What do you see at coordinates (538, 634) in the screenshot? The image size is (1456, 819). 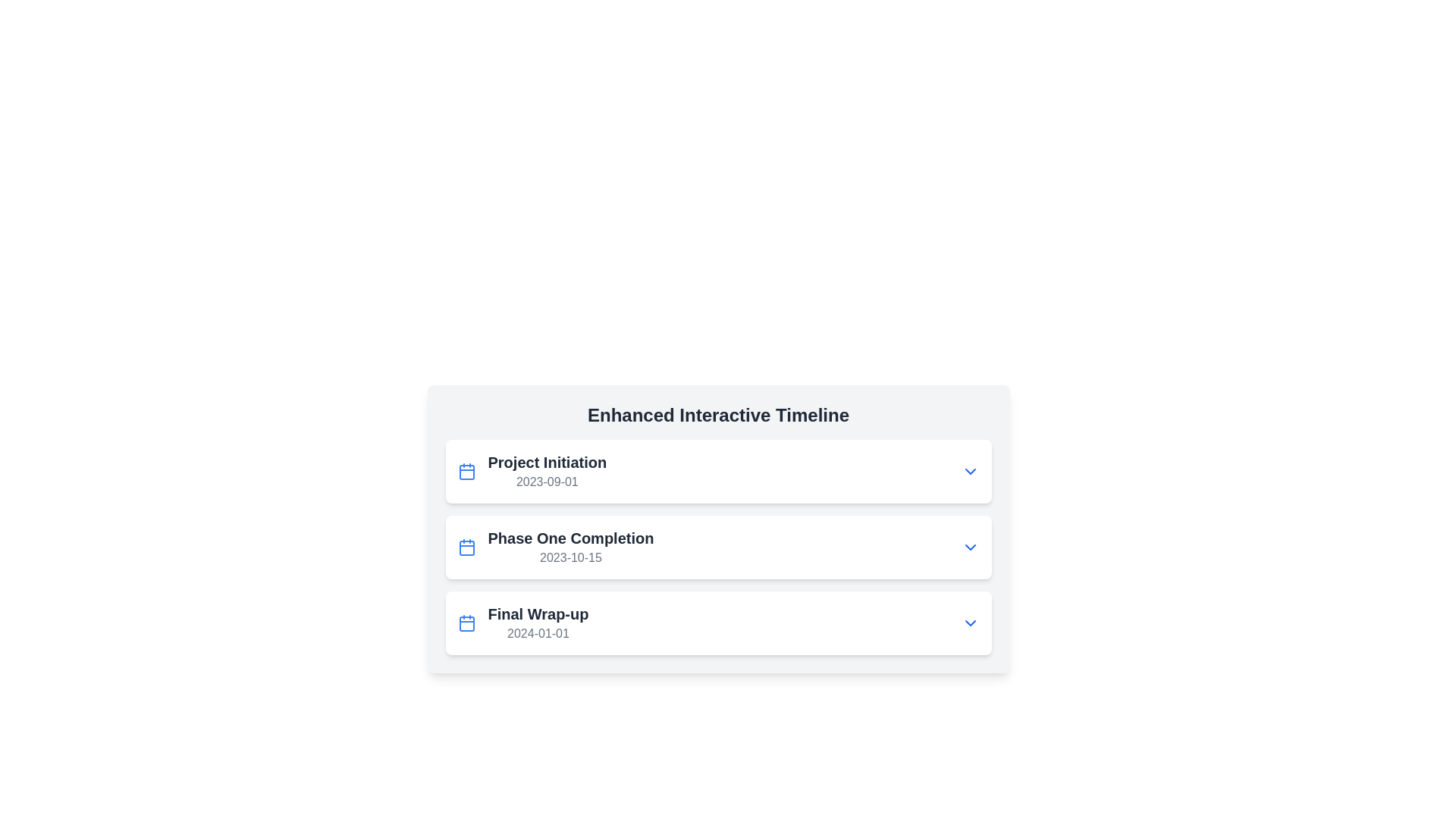 I see `the text label displaying '2024-01-01', which is styled in gray and positioned beneath the header 'Final Wrap-up' in the third timeline section` at bounding box center [538, 634].